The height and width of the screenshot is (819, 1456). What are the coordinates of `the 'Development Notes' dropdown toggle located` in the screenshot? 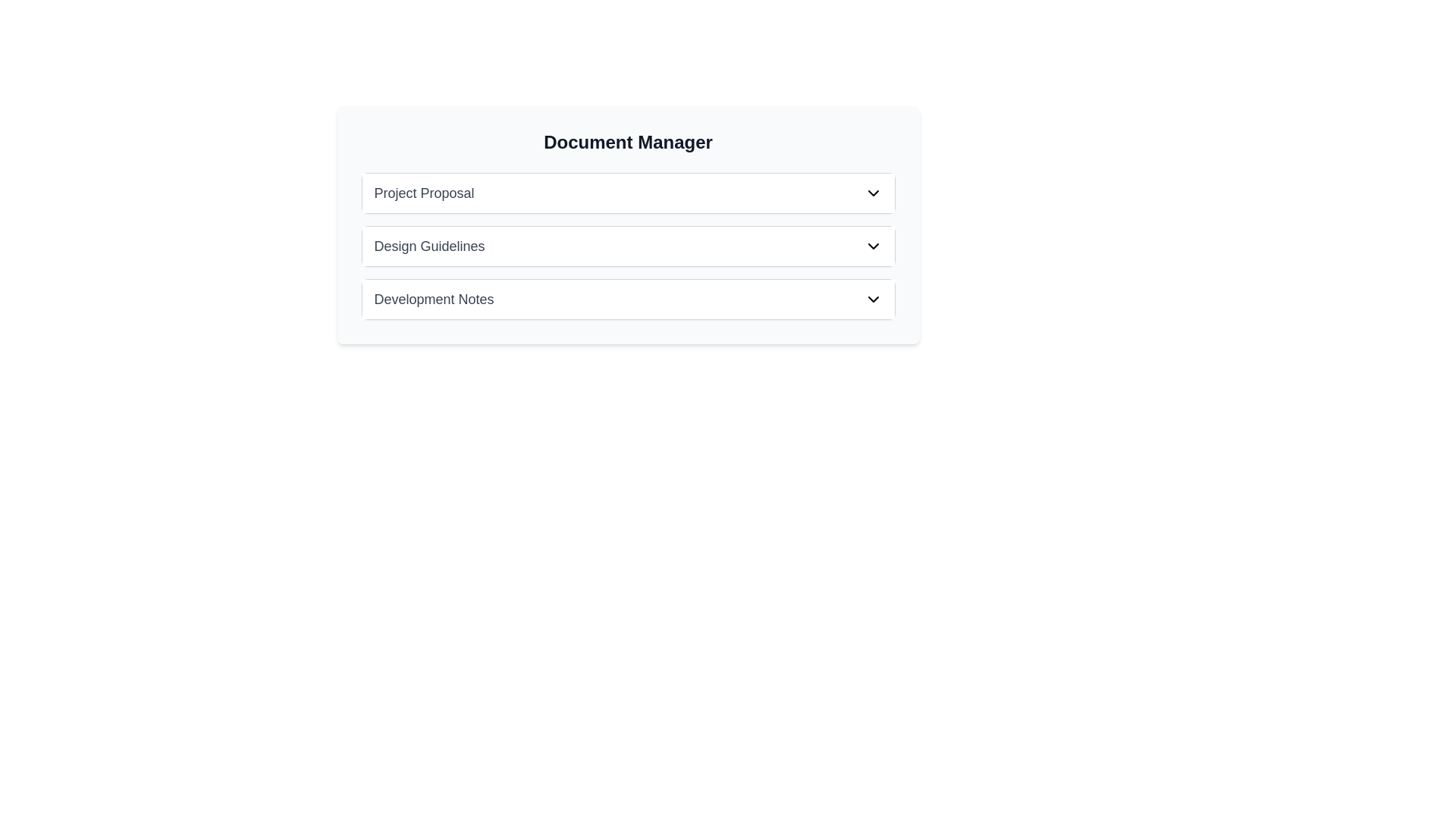 It's located at (628, 299).